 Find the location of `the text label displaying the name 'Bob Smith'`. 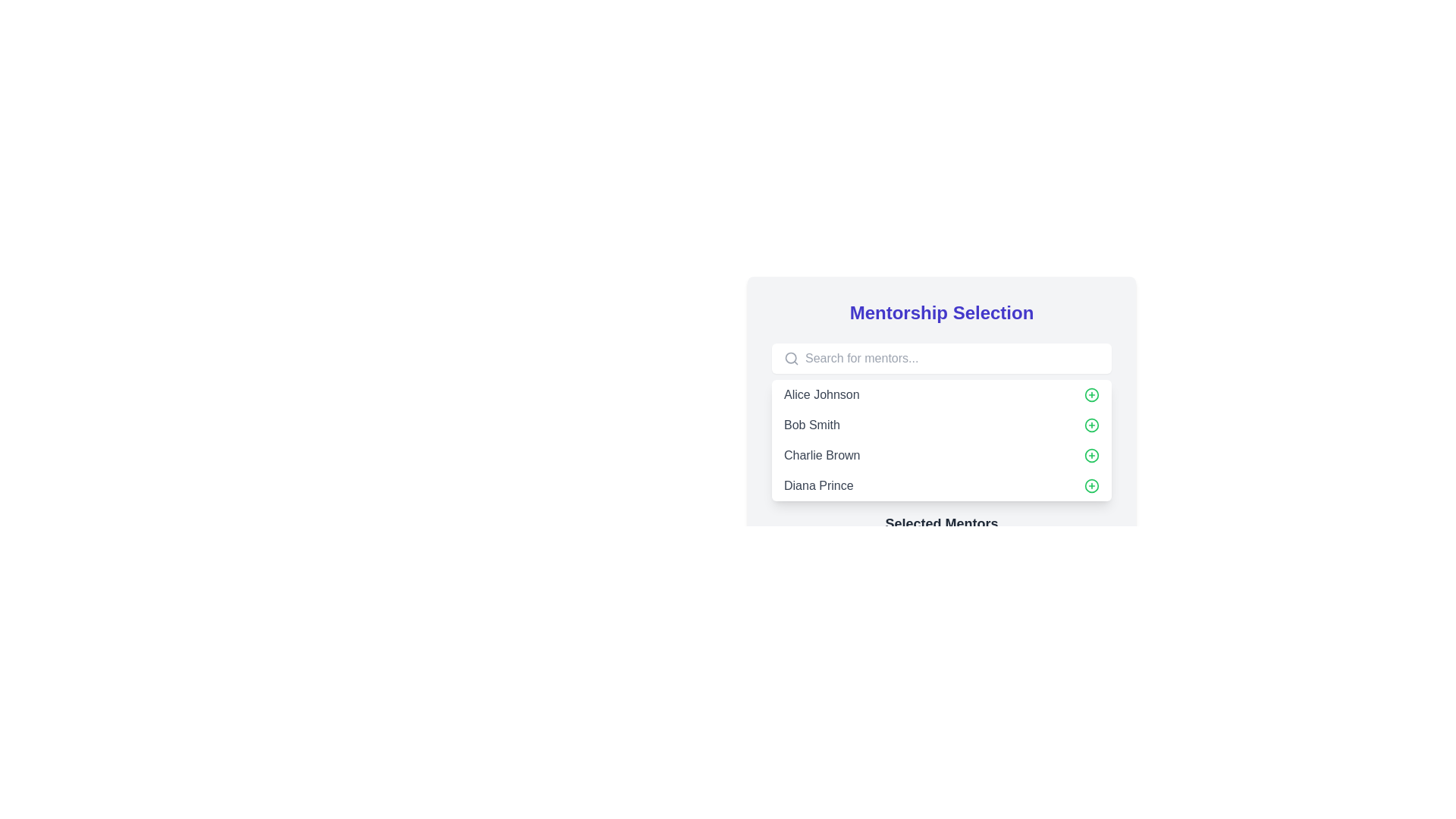

the text label displaying the name 'Bob Smith' is located at coordinates (811, 425).